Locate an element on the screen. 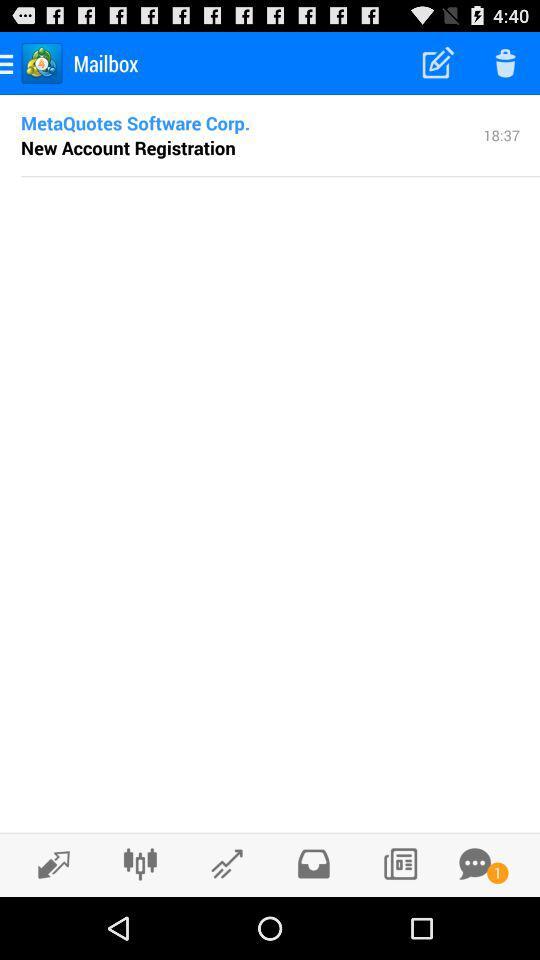  the item to the left of 18:37 is located at coordinates (128, 146).